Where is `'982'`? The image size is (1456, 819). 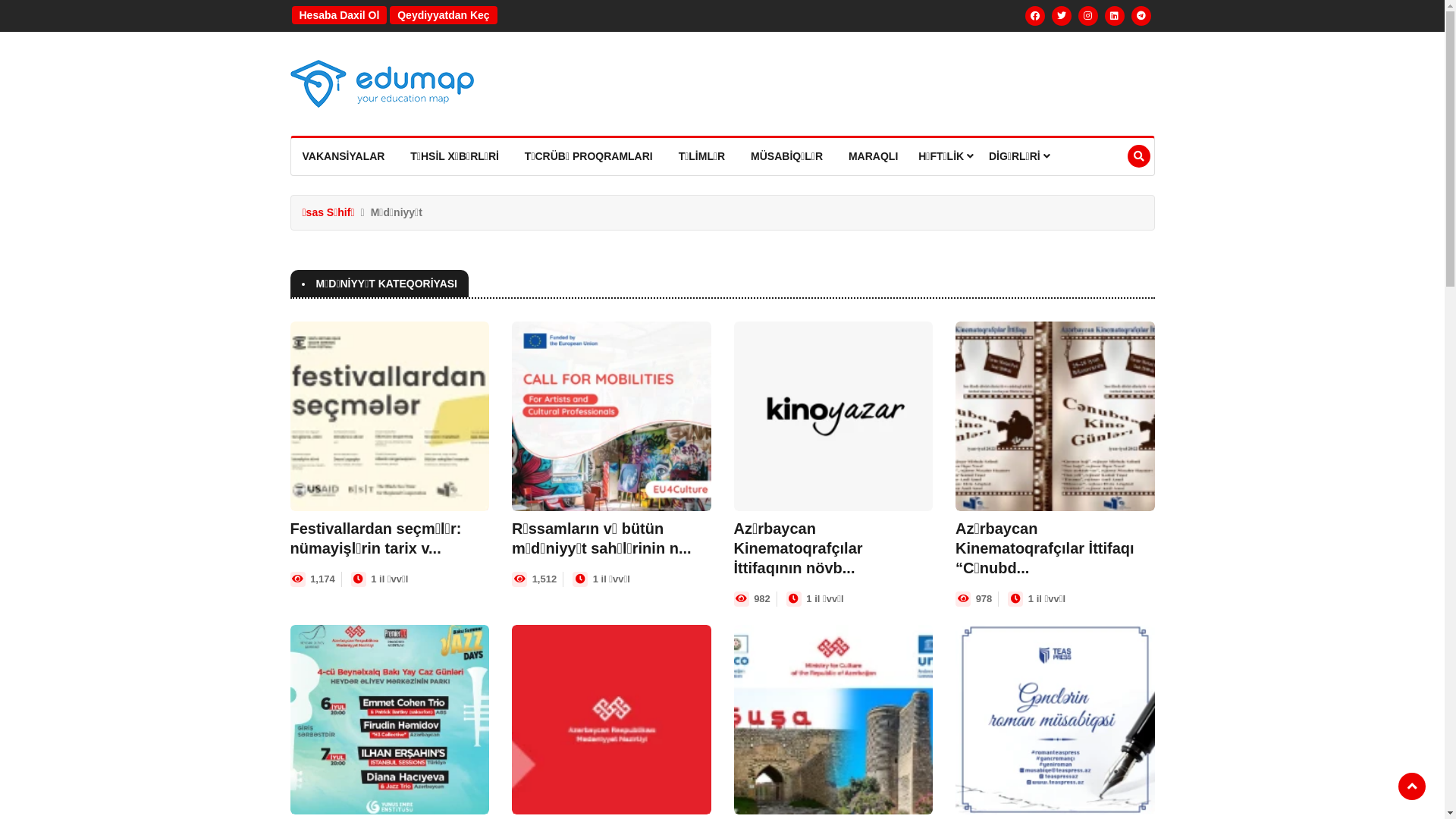 '982' is located at coordinates (753, 598).